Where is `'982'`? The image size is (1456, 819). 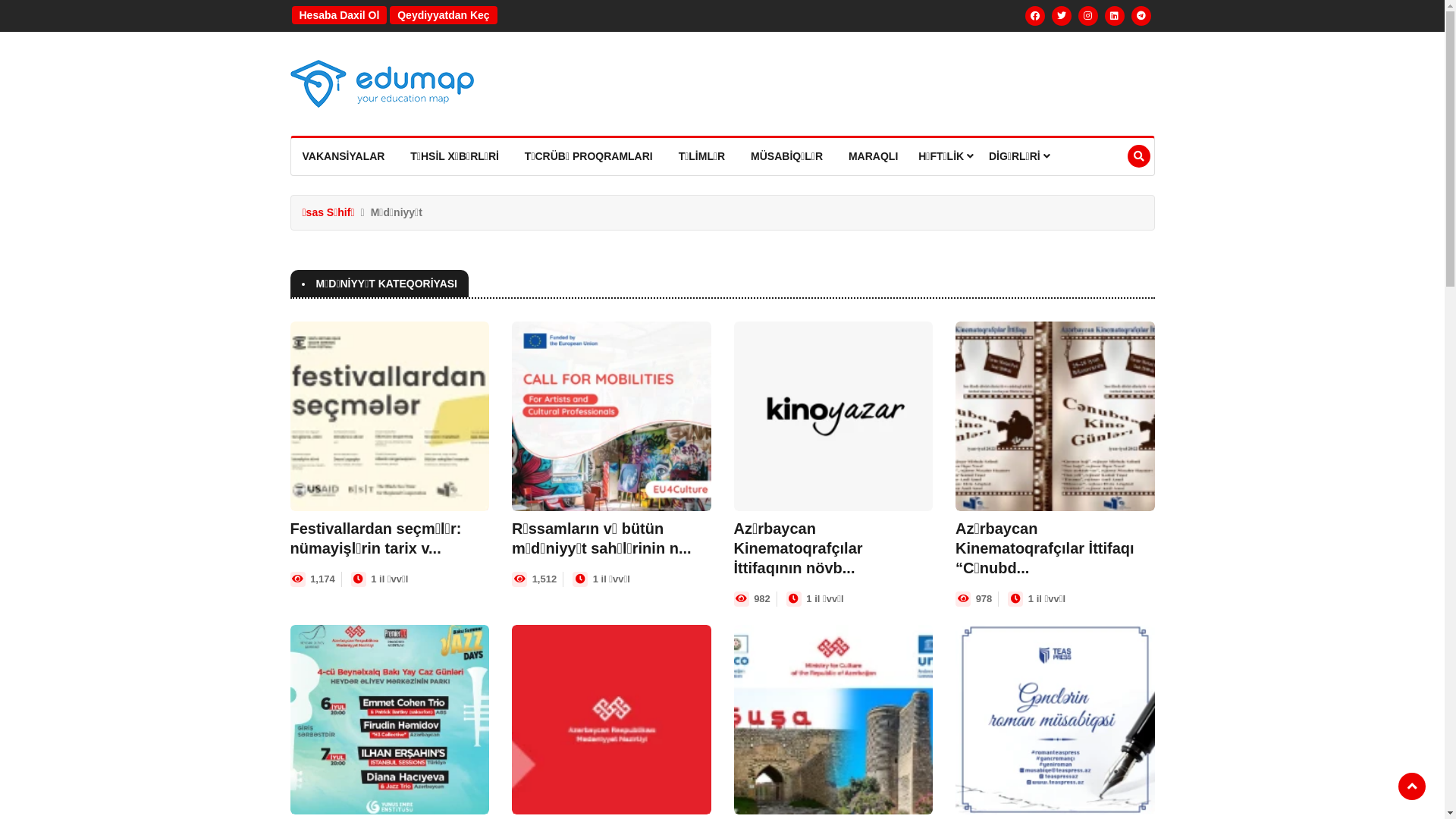 '982' is located at coordinates (753, 598).